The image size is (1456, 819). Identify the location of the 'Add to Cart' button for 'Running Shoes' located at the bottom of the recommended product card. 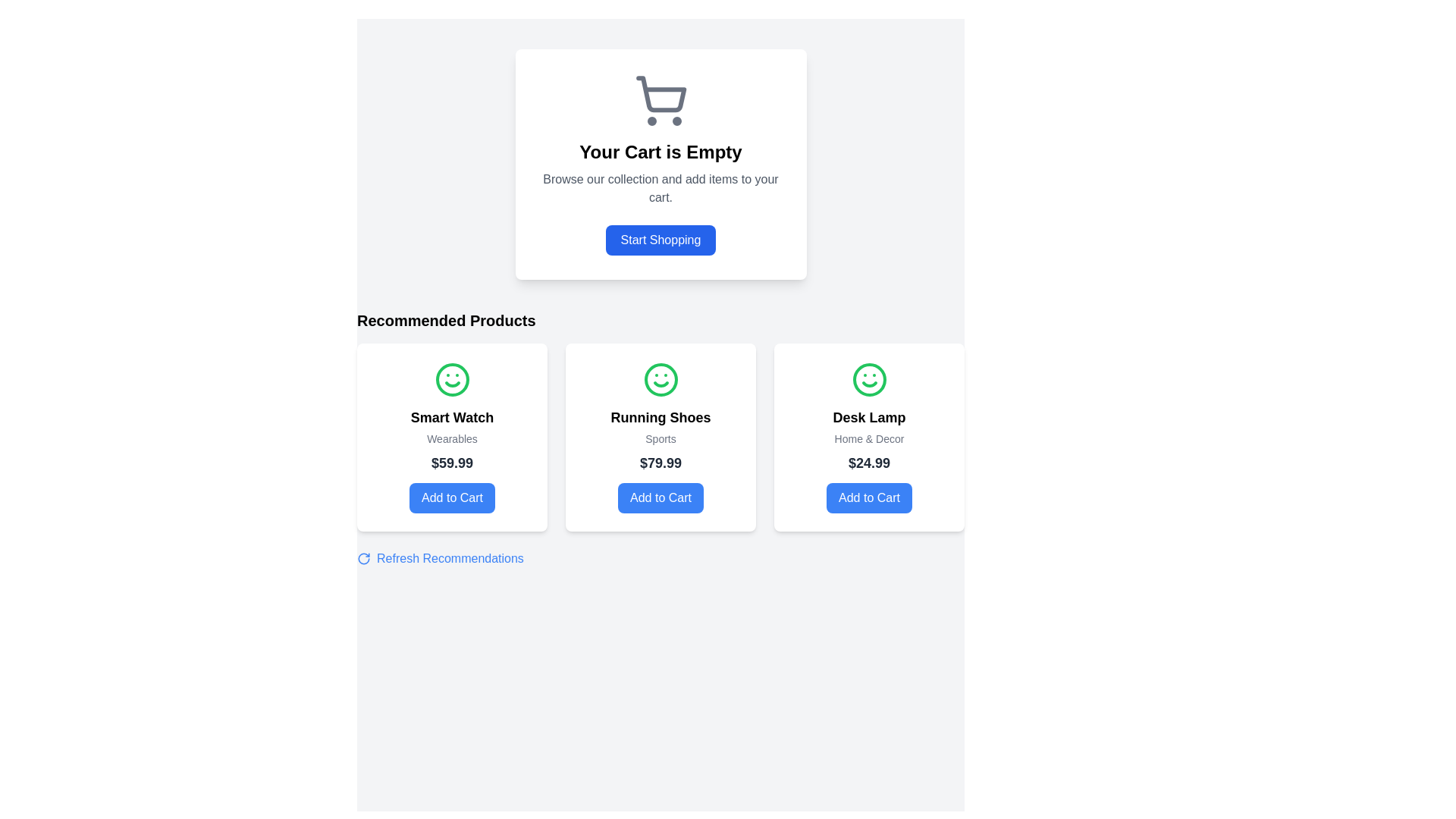
(661, 497).